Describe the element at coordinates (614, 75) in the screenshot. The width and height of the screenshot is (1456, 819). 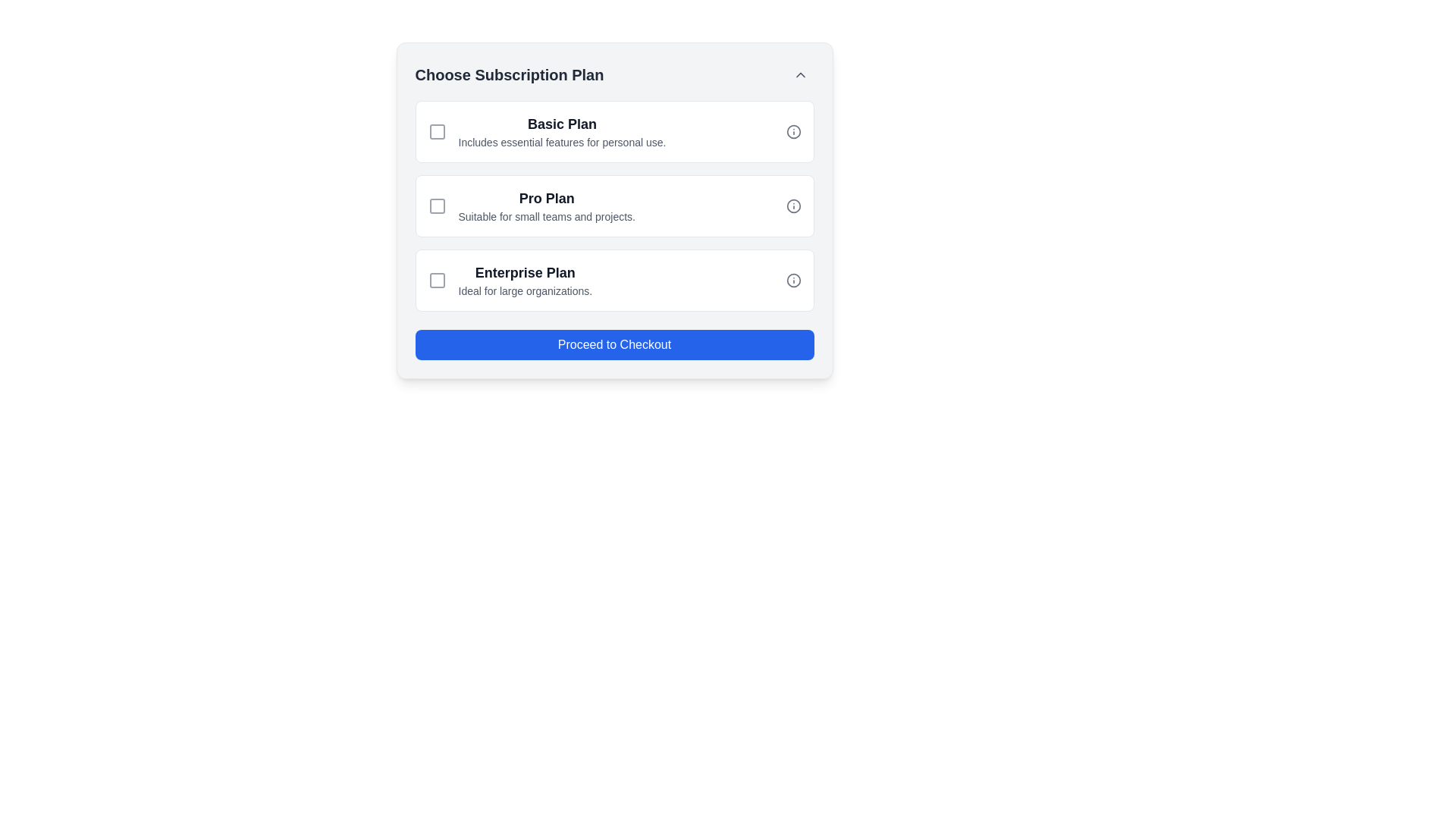
I see `the Heading element for the subscription plan selection section` at that location.